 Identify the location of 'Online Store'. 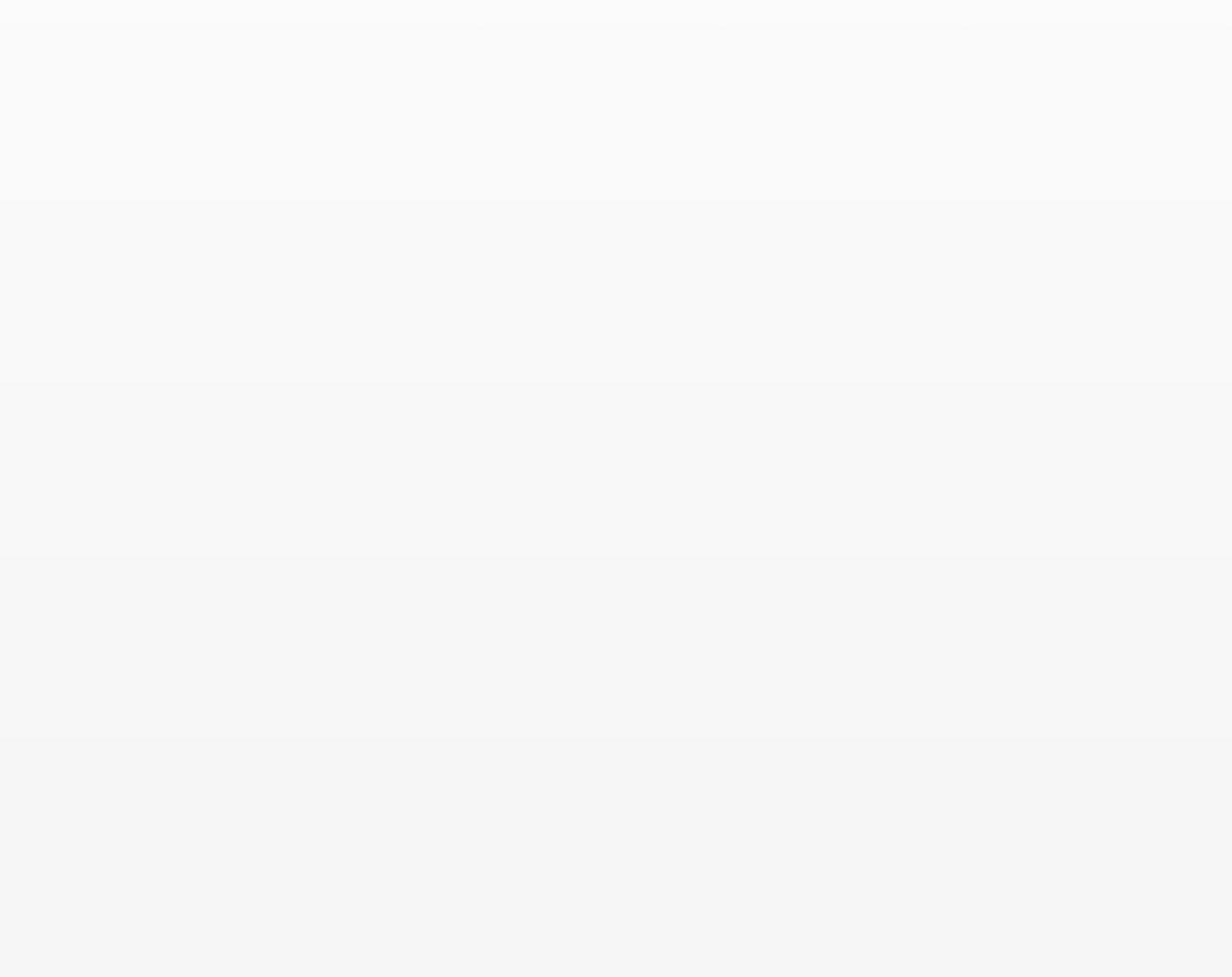
(903, 706).